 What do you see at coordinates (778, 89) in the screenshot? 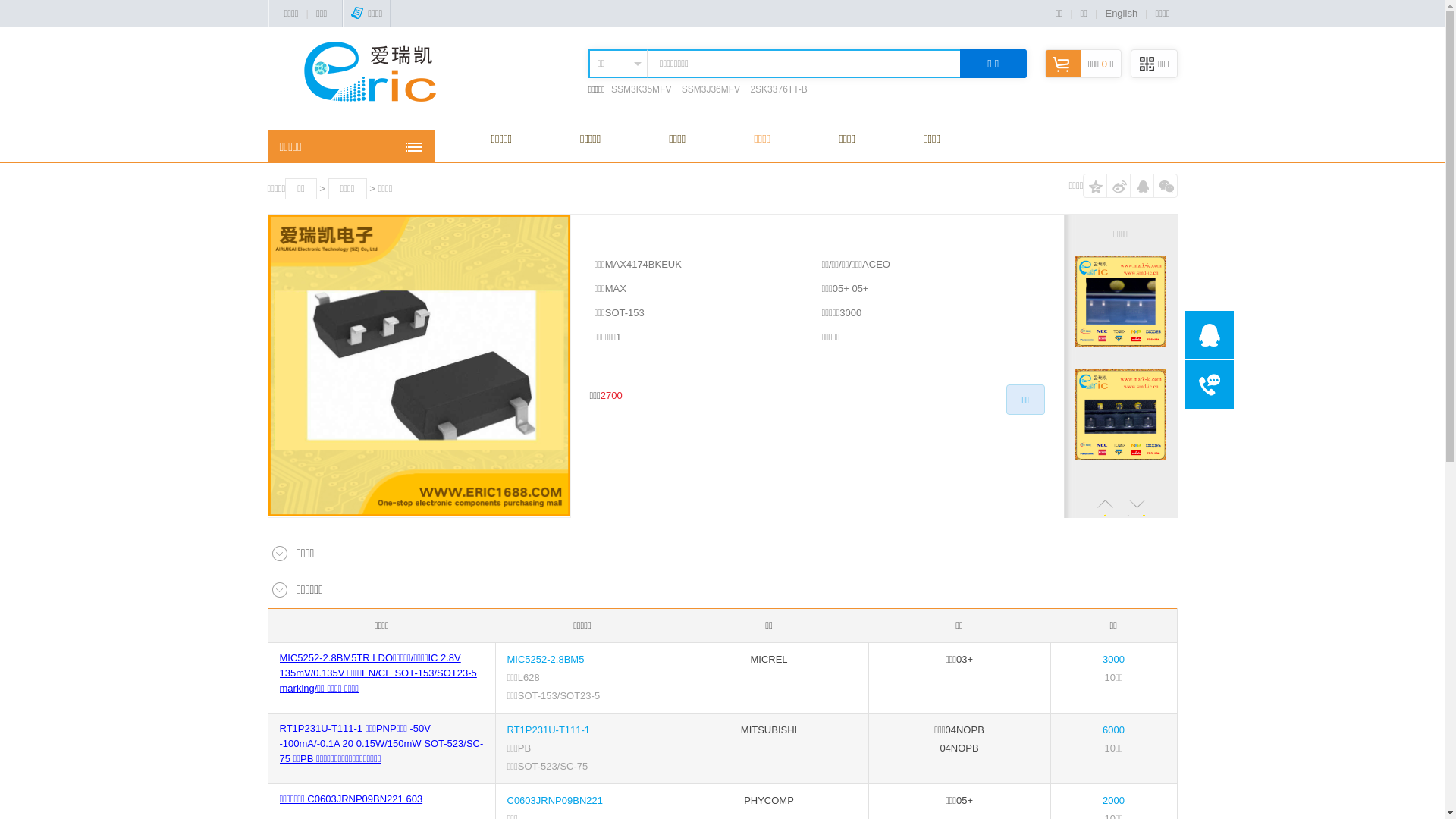
I see `'2SK3376TT-B'` at bounding box center [778, 89].